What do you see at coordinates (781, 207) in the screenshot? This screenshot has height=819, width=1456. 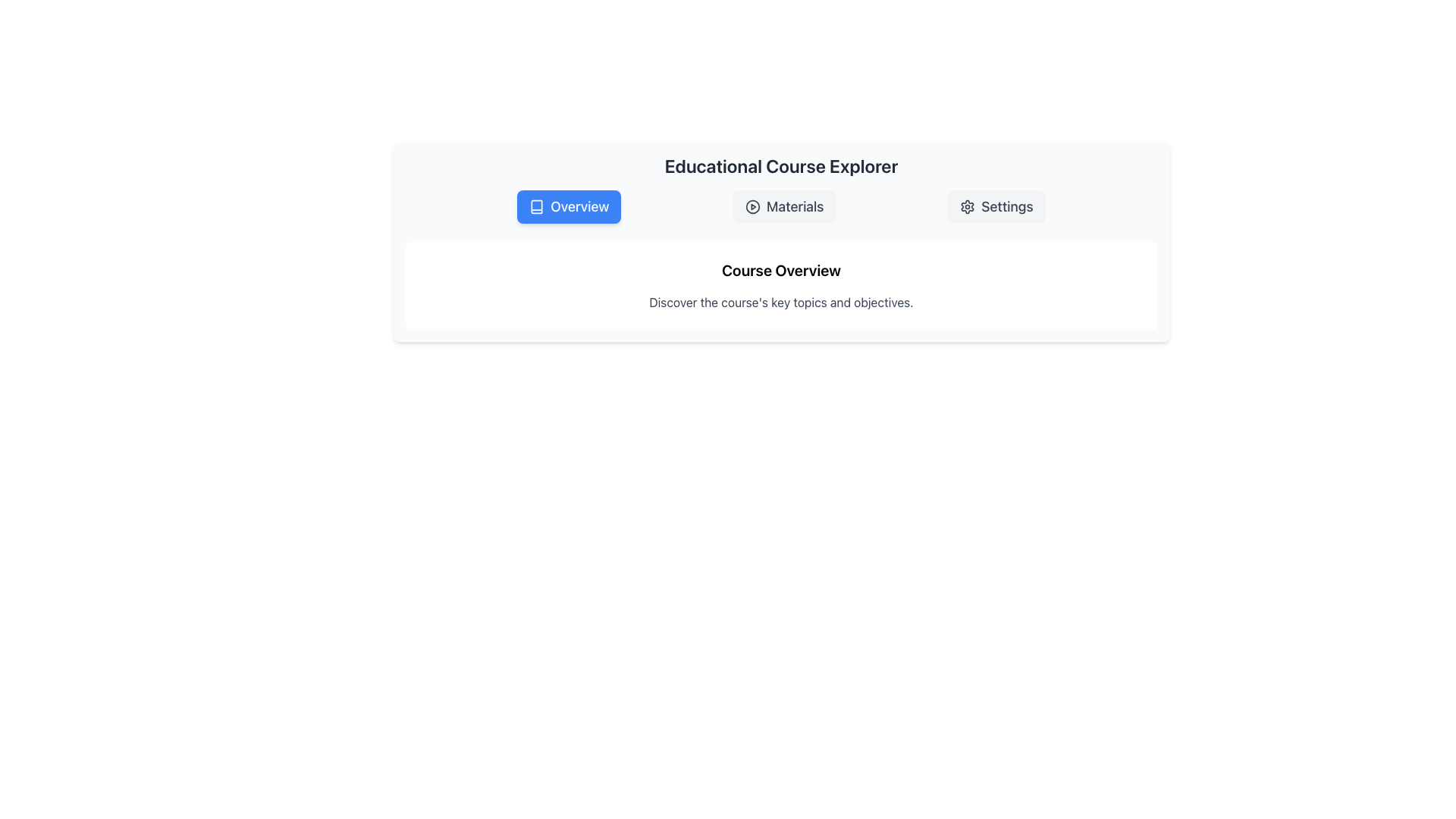 I see `the 'Materials' tab in the Tab Bar of the Educational Course Explorer` at bounding box center [781, 207].